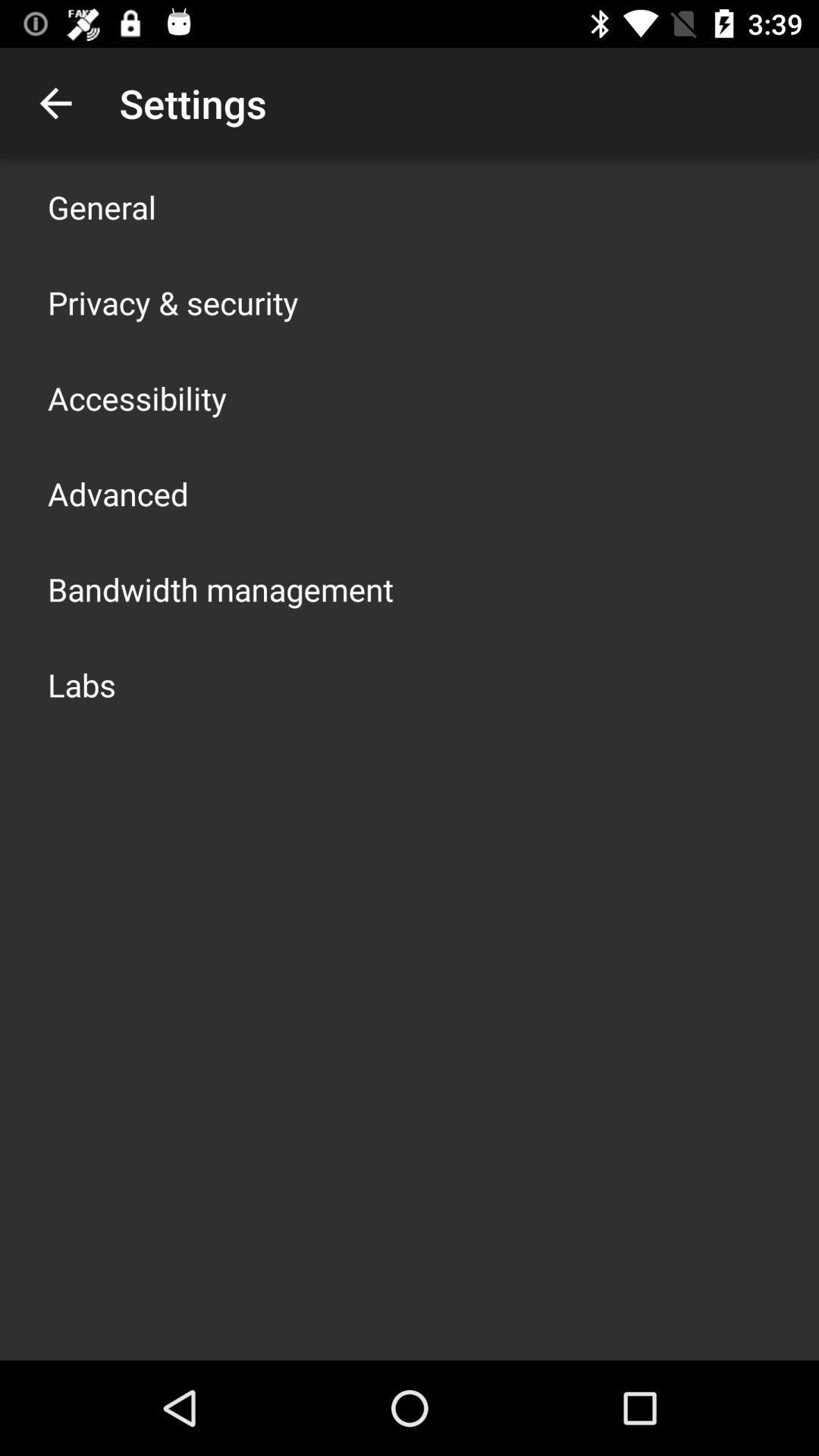 The height and width of the screenshot is (1456, 819). I want to click on the app above the accessibility item, so click(172, 302).